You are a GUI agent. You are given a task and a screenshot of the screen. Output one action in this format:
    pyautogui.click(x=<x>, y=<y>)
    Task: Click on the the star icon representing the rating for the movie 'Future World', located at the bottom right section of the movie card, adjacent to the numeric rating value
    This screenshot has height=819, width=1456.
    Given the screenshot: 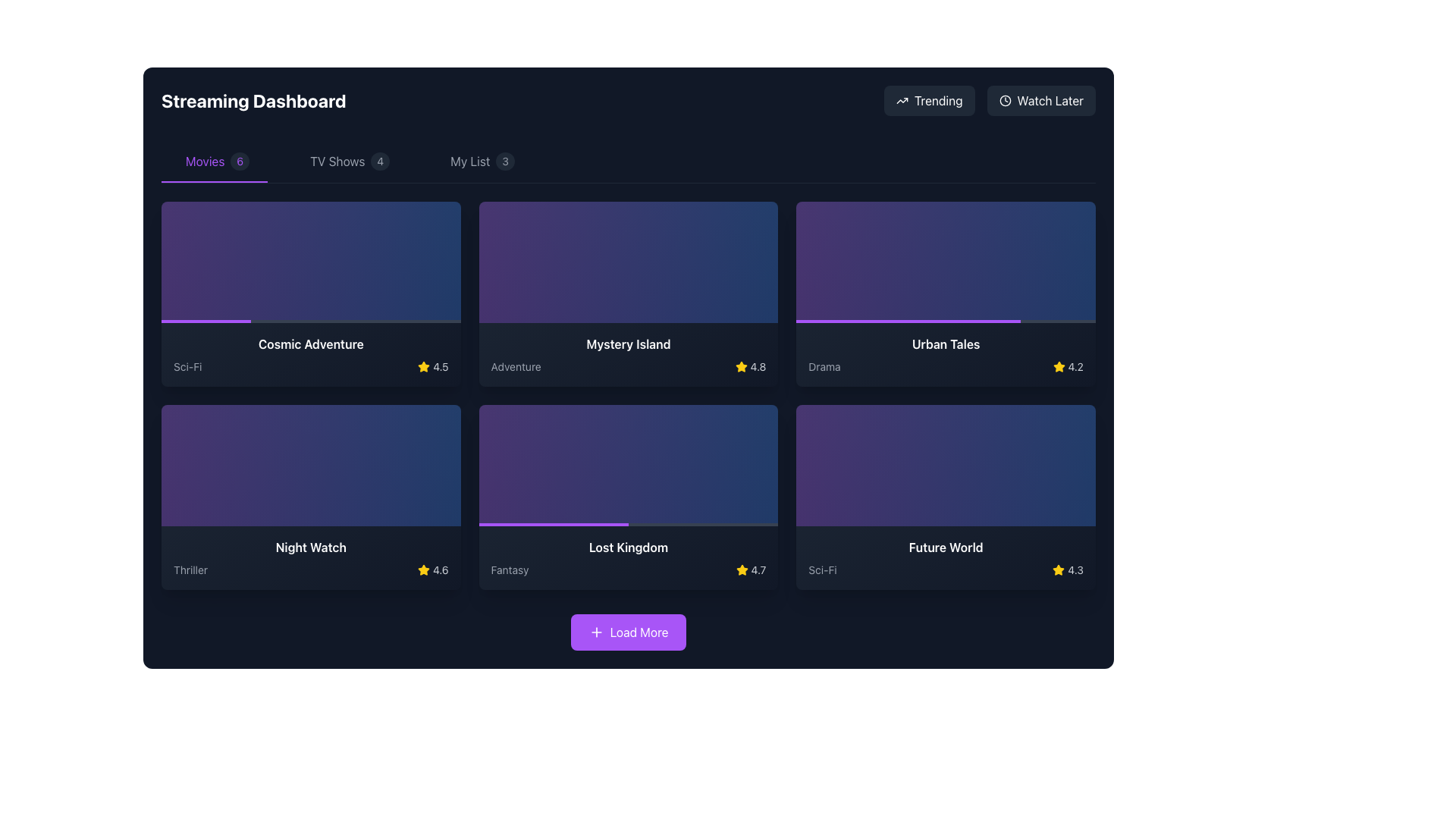 What is the action you would take?
    pyautogui.click(x=1058, y=570)
    